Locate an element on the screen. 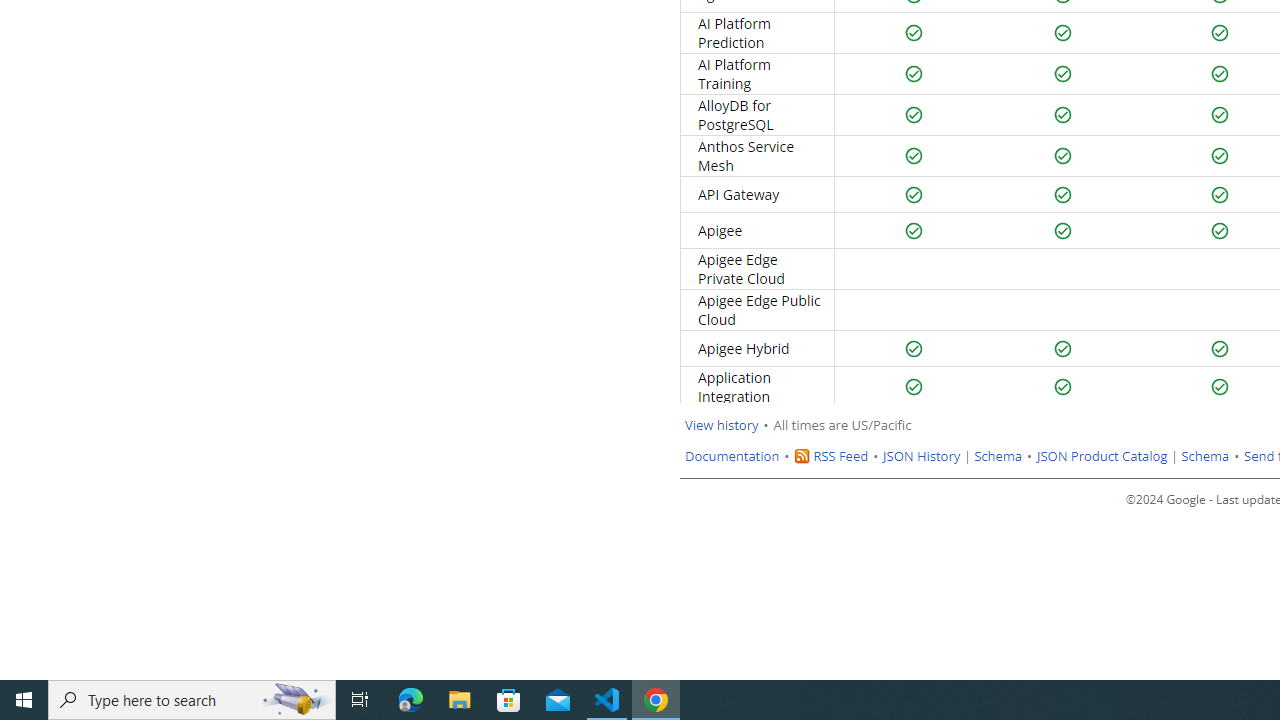  'JSON Product Catalog' is located at coordinates (1100, 456).